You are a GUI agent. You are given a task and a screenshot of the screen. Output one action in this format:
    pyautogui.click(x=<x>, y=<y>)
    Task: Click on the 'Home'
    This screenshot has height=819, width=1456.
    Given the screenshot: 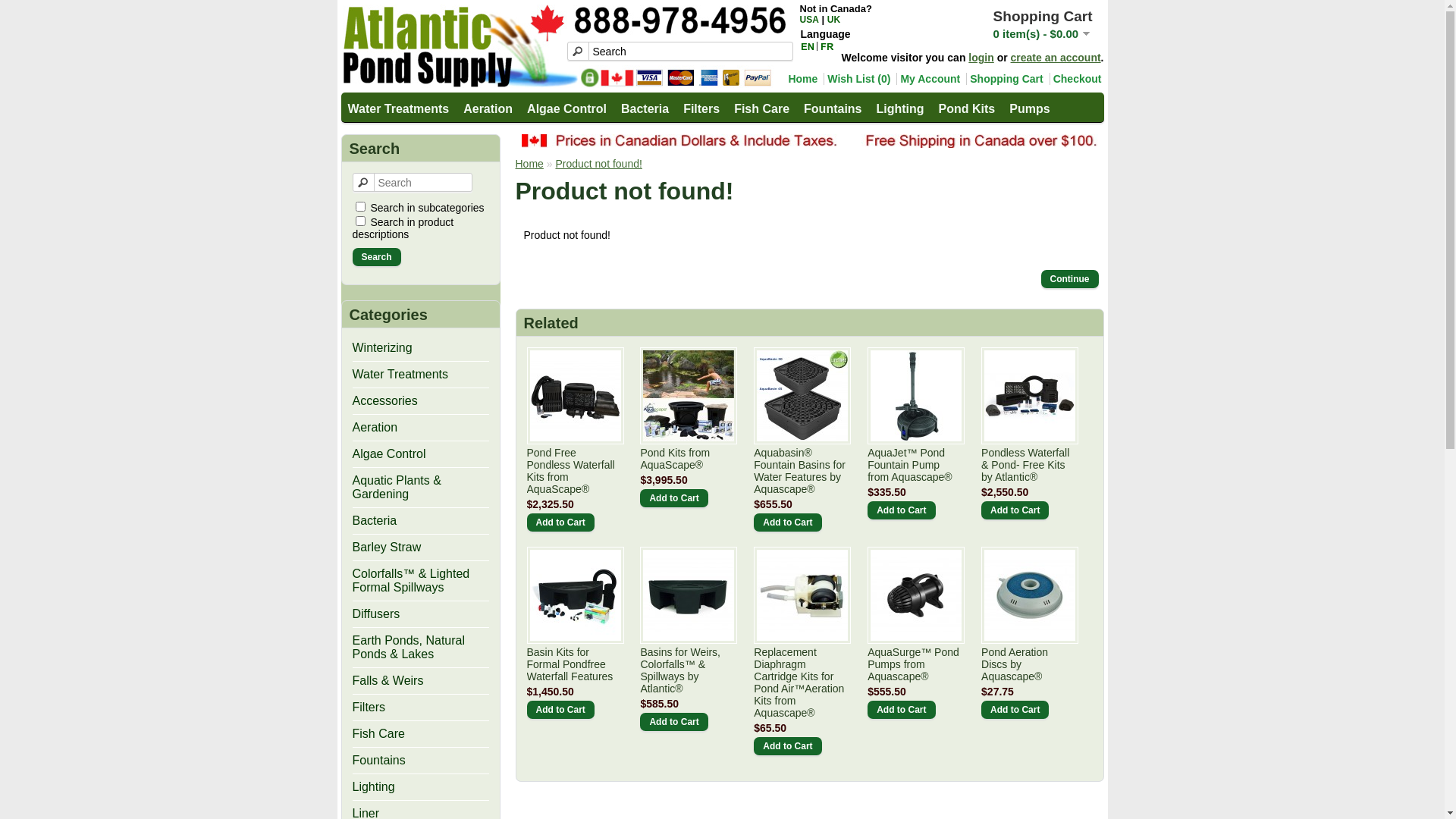 What is the action you would take?
    pyautogui.click(x=516, y=164)
    